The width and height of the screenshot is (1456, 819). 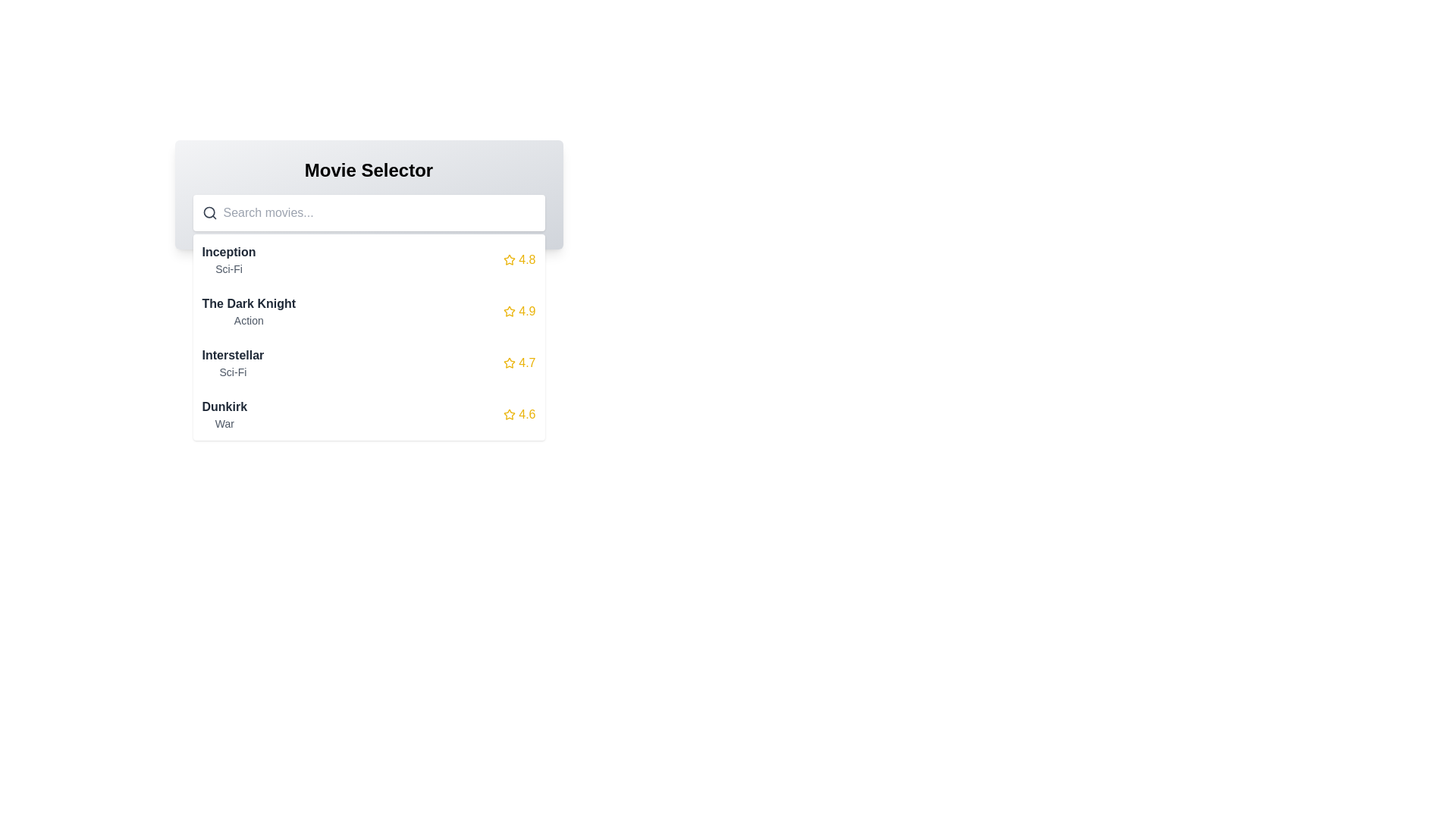 I want to click on the Composite rating display for the movie 'Inception', which is located on the right-hand side of the first item in the list under the text 'Inception' and 'Sci-Fi', so click(x=519, y=259).